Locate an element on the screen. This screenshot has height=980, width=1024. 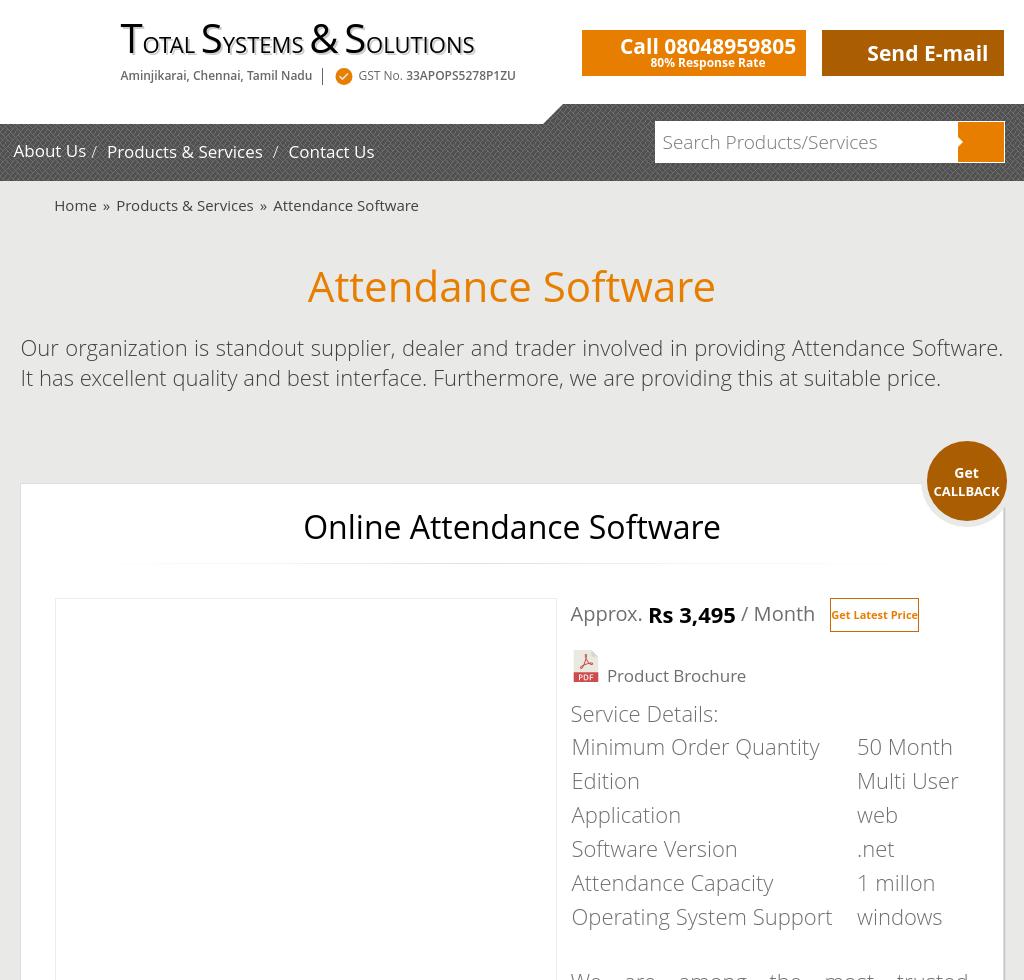
'Software Version' is located at coordinates (653, 847).